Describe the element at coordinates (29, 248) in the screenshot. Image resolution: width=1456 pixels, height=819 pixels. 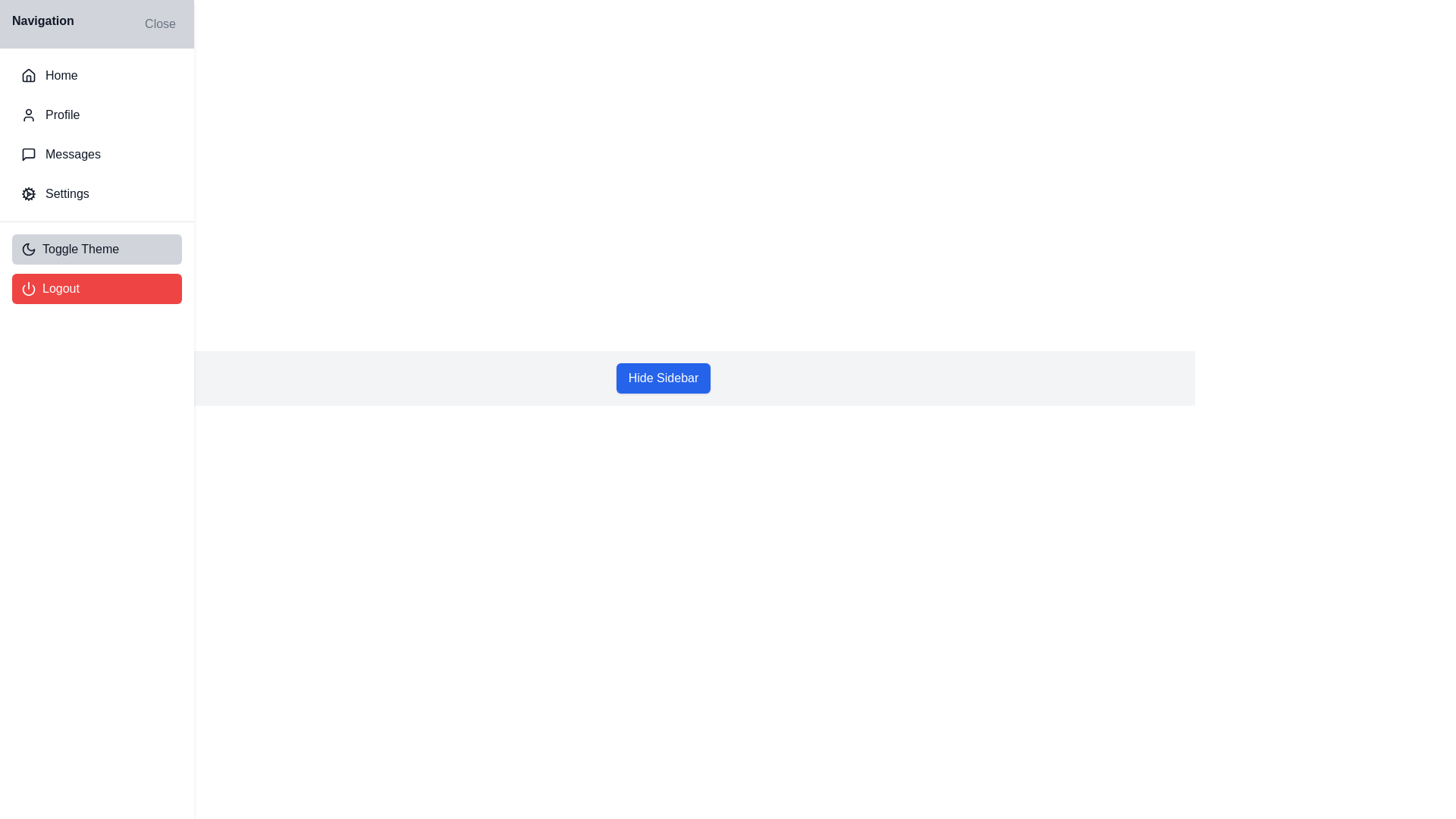
I see `the theme toggle icon located in the sidebar menu near the bottom-left of the interface` at that location.